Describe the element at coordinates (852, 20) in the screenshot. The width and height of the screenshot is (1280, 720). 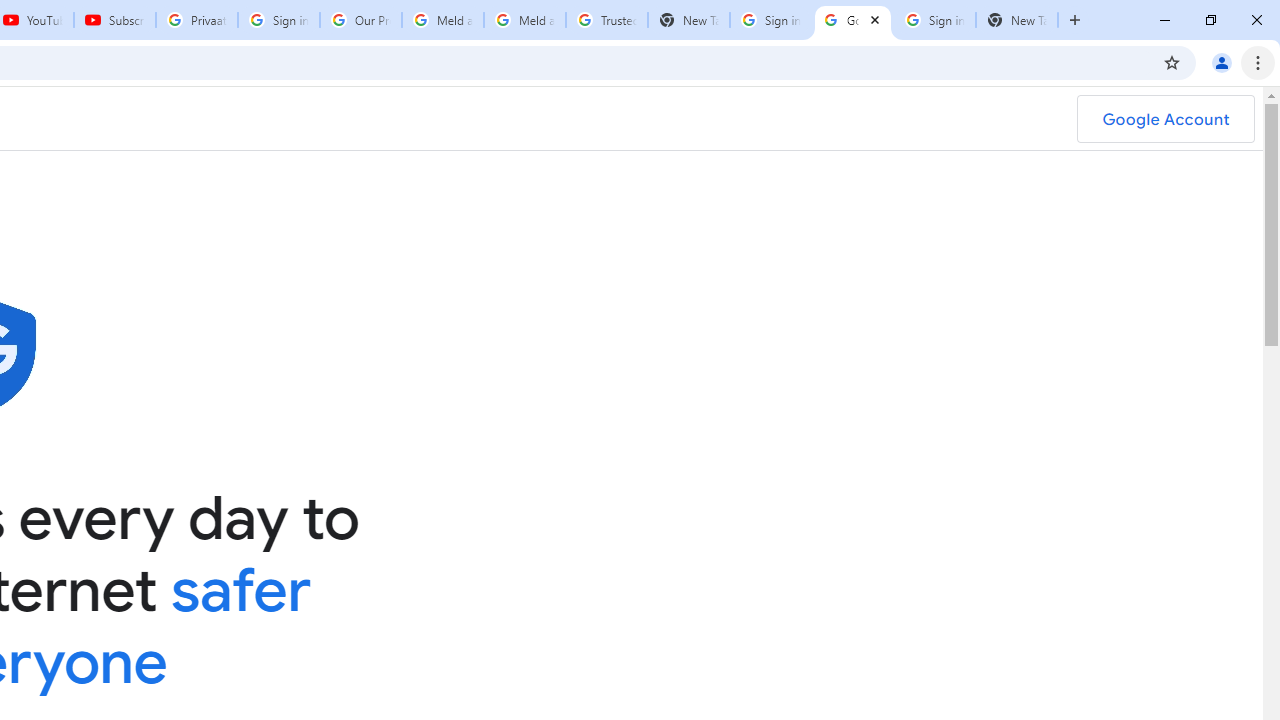
I see `'Google Cybersecurity Innovations - Google Safety Center'` at that location.